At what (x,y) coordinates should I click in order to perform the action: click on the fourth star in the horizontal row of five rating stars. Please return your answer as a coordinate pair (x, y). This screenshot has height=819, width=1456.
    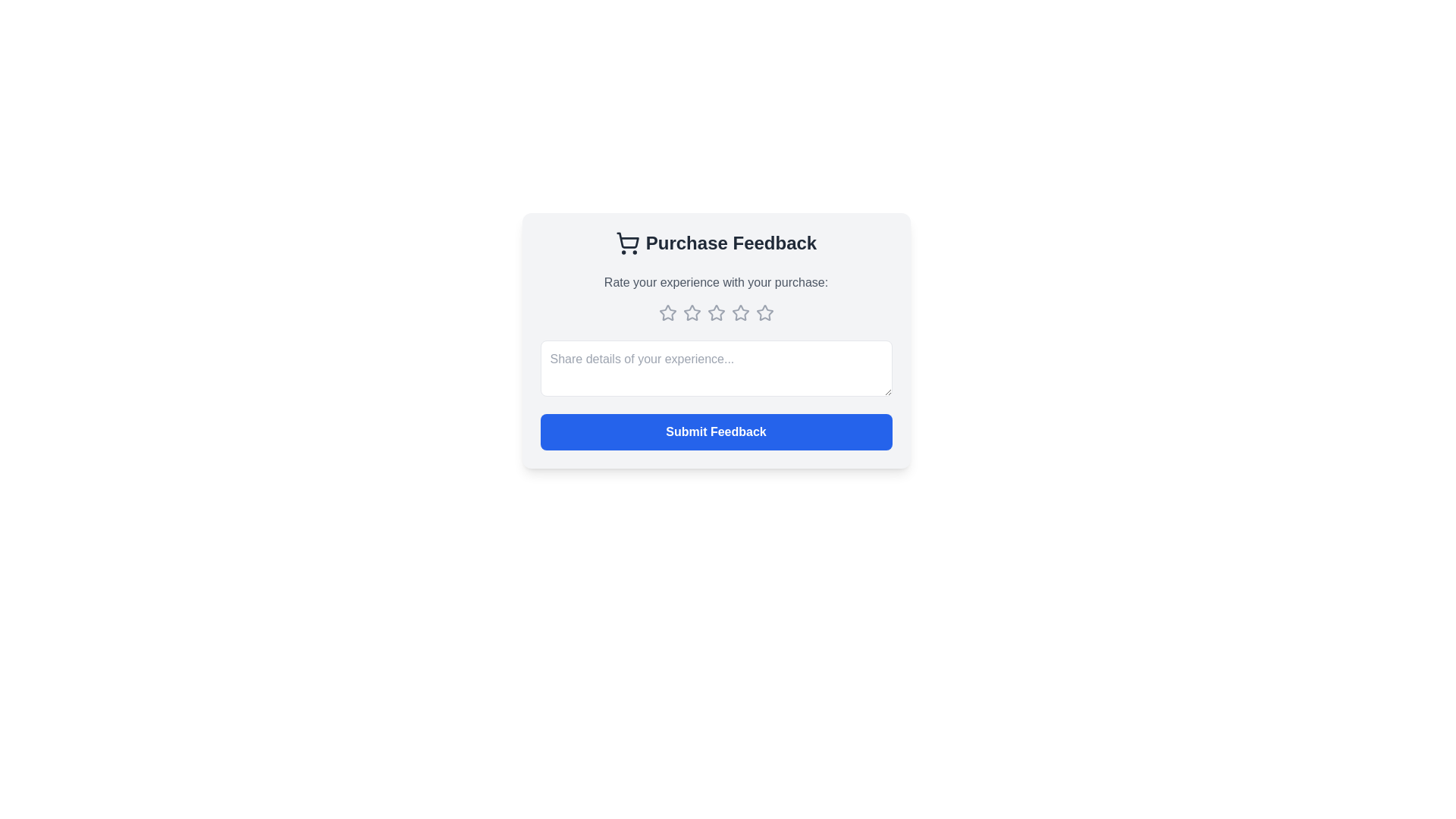
    Looking at the image, I should click on (764, 312).